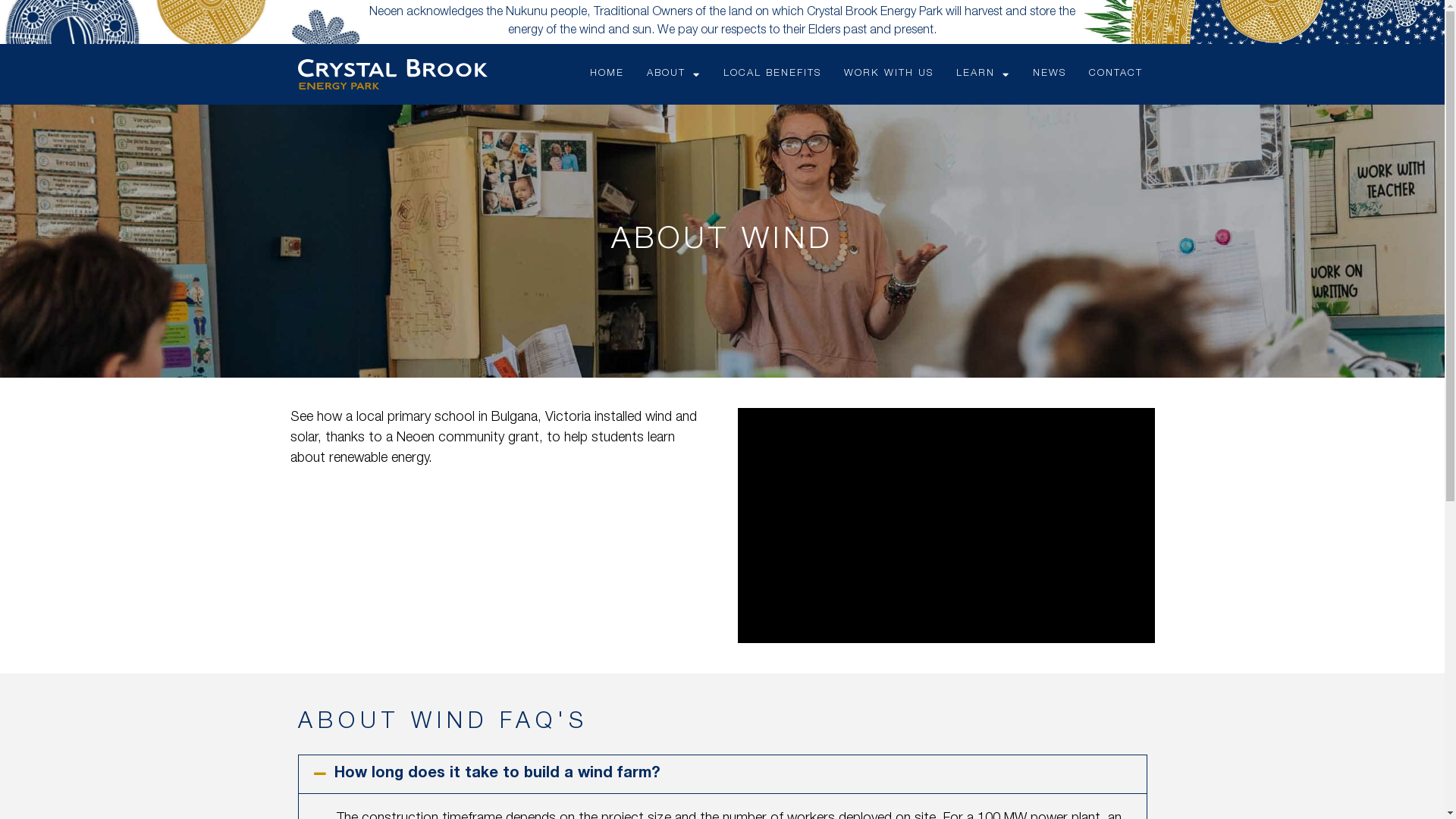 The width and height of the screenshot is (1456, 819). I want to click on 'vimeo Video Player', so click(945, 524).